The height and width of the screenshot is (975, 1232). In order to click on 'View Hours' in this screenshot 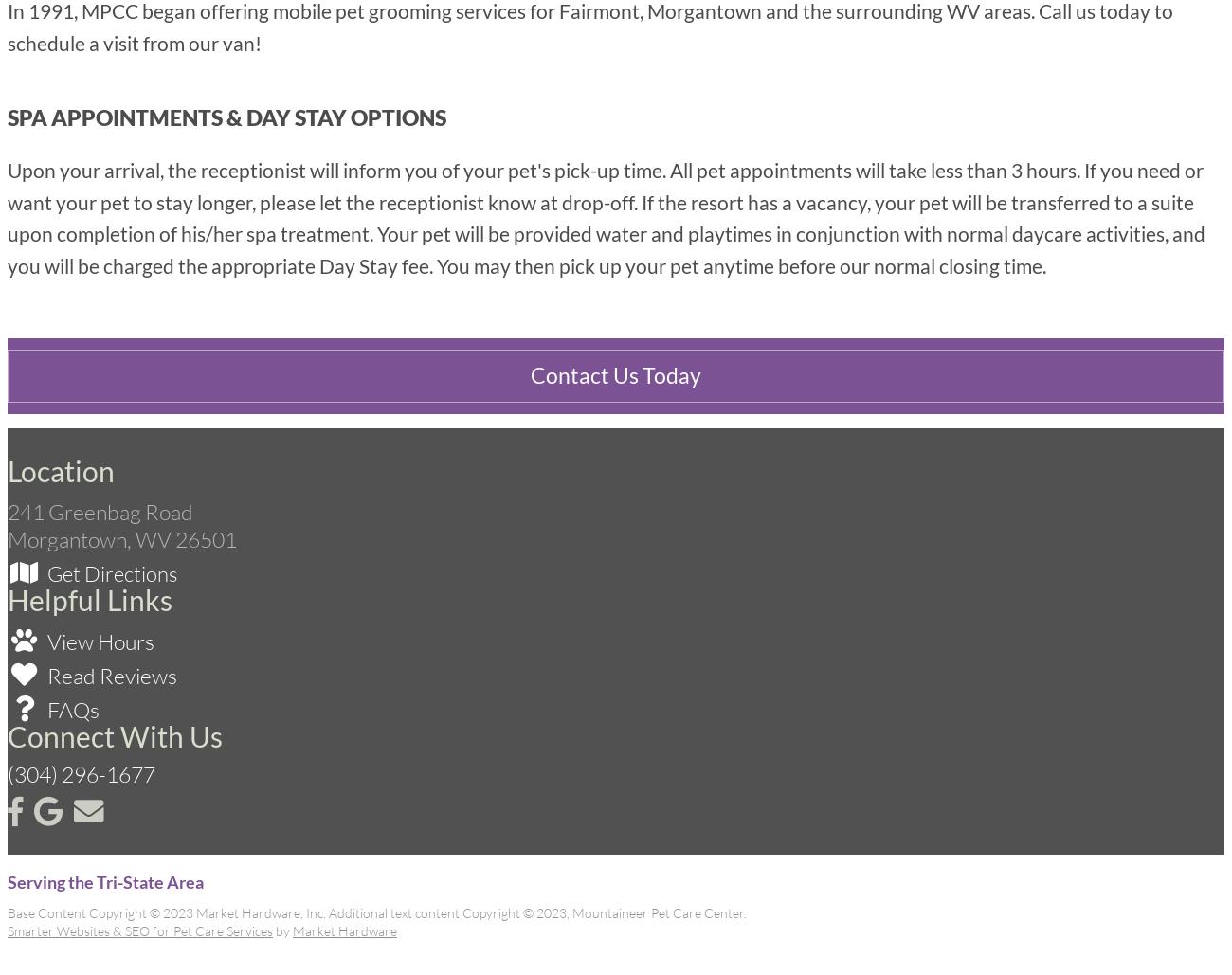, I will do `click(99, 639)`.